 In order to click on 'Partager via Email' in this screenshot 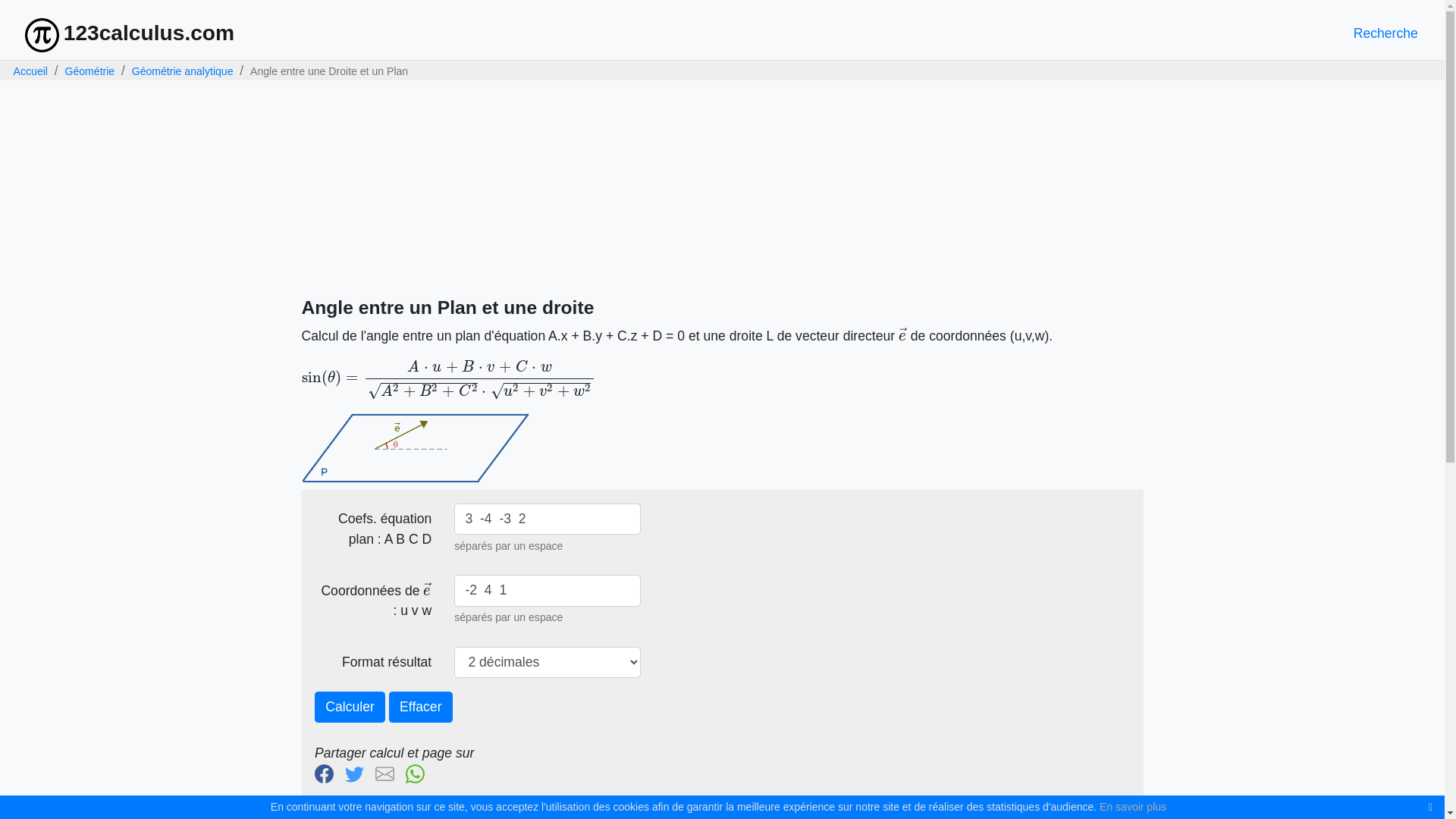, I will do `click(388, 772)`.